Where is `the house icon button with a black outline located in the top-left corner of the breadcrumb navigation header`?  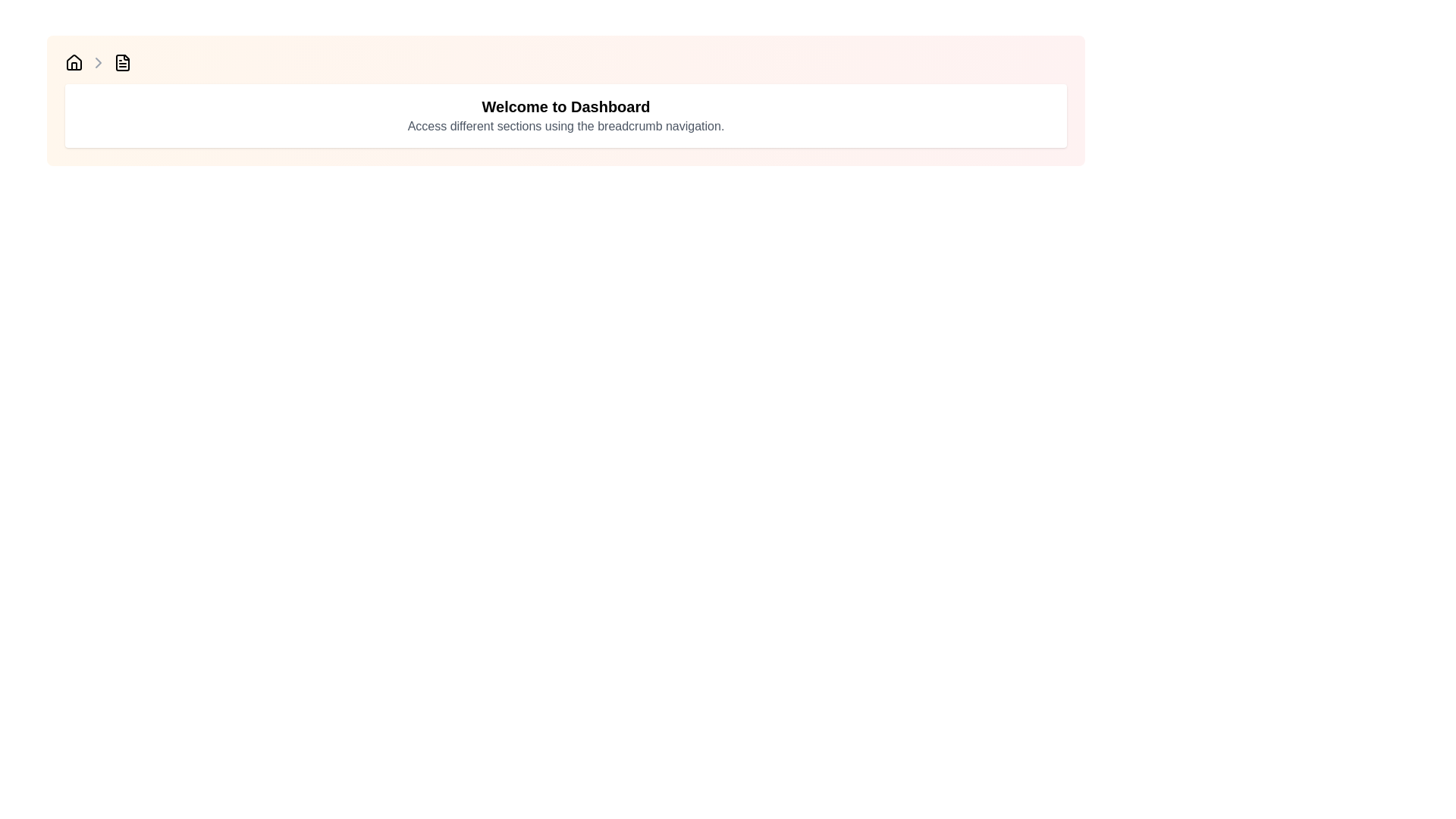 the house icon button with a black outline located in the top-left corner of the breadcrumb navigation header is located at coordinates (73, 62).